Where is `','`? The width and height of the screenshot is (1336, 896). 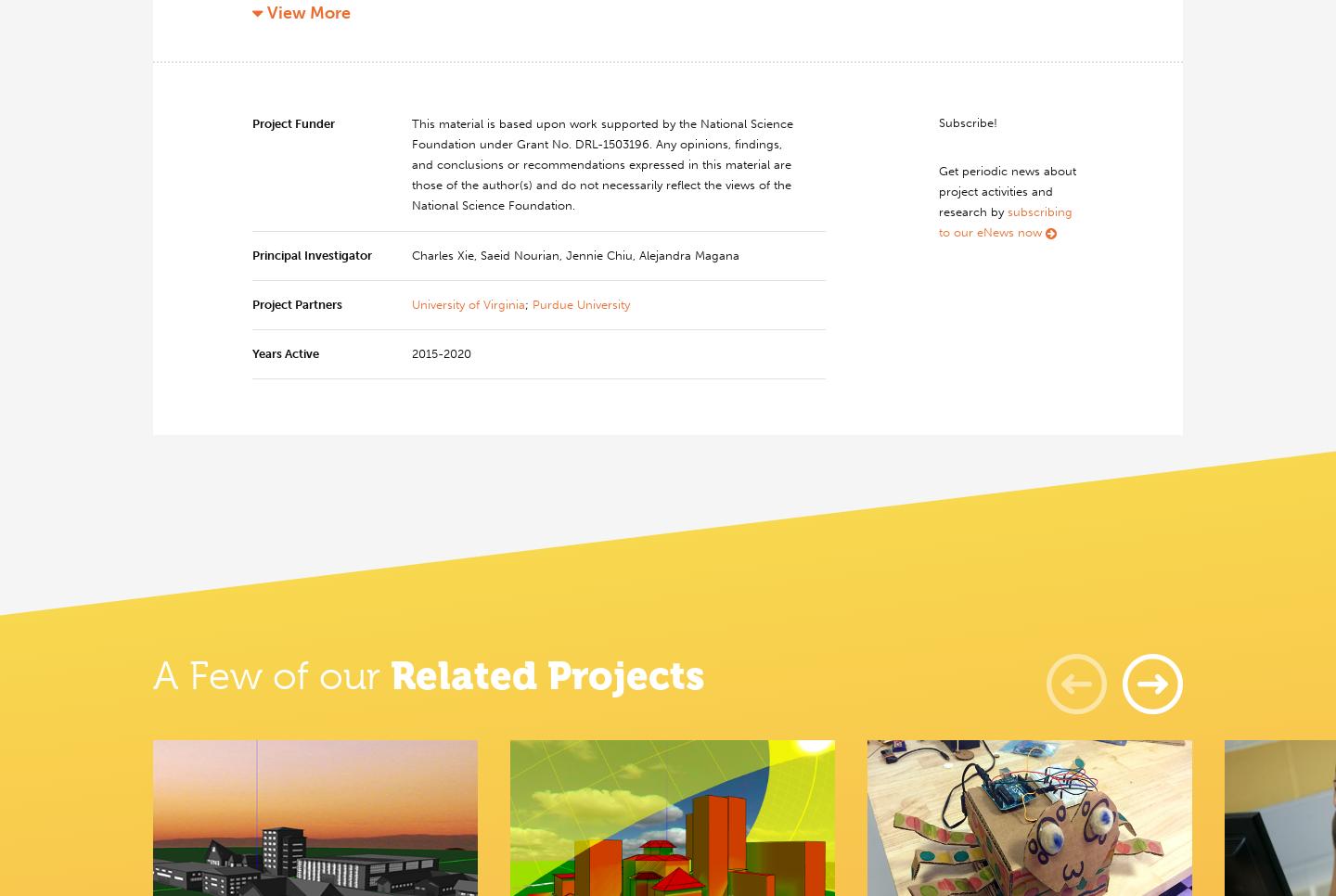
',' is located at coordinates (656, 34).